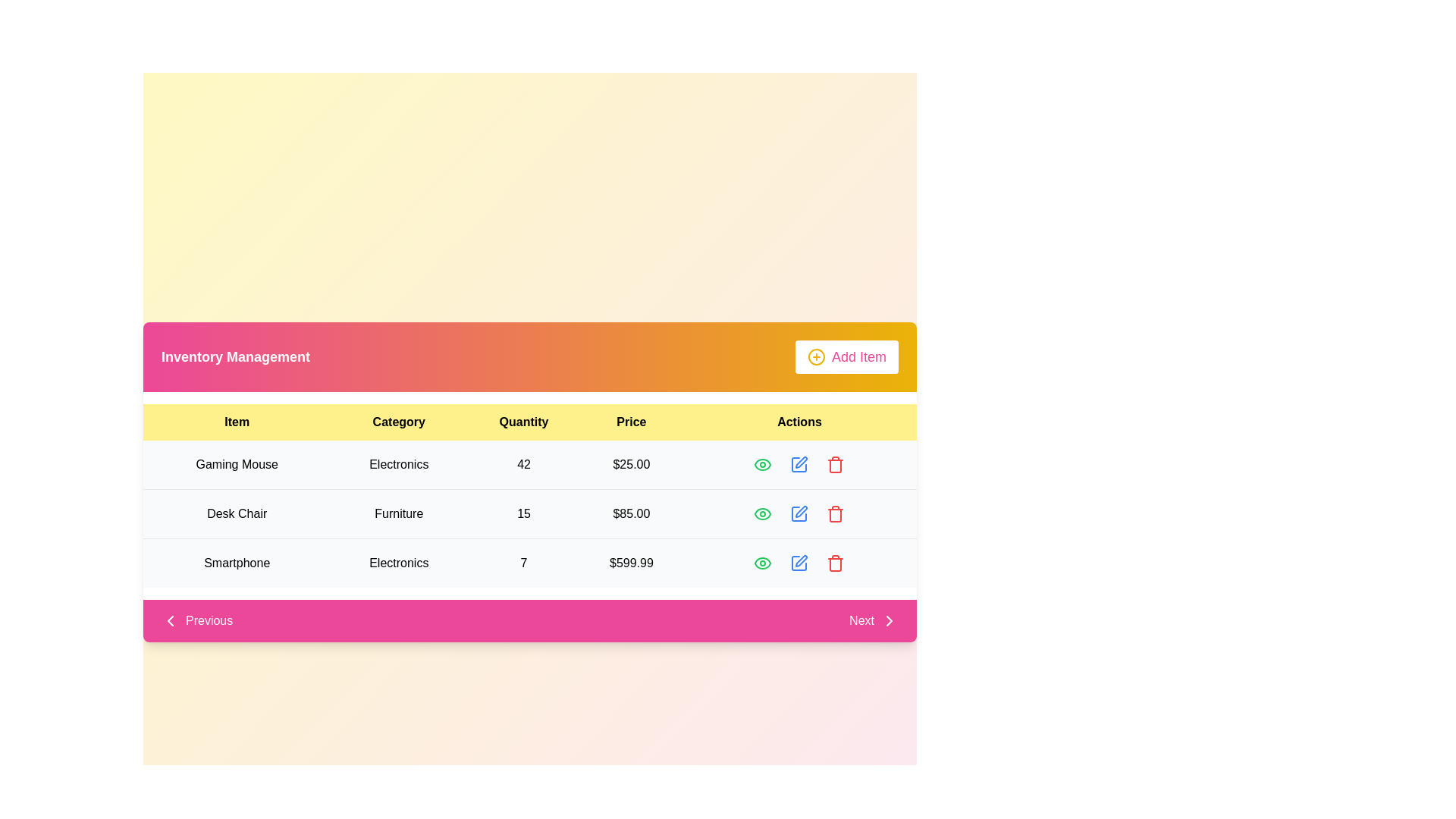 The height and width of the screenshot is (819, 1456). I want to click on the right-pointing chevron icon located in the pink navigation bar at the bottom-right corner of the interface, so click(889, 620).